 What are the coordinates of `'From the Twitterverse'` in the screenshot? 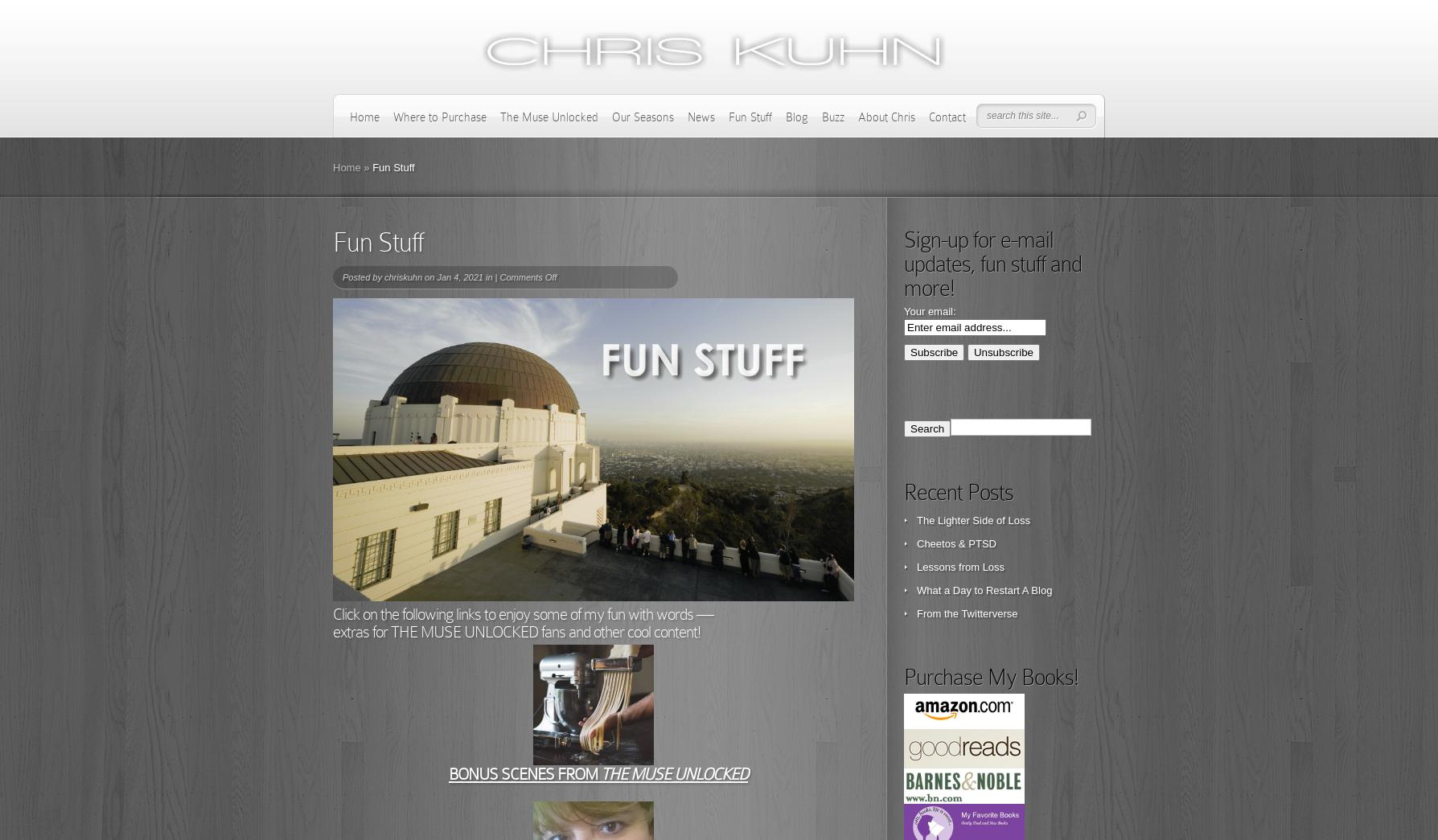 It's located at (966, 613).